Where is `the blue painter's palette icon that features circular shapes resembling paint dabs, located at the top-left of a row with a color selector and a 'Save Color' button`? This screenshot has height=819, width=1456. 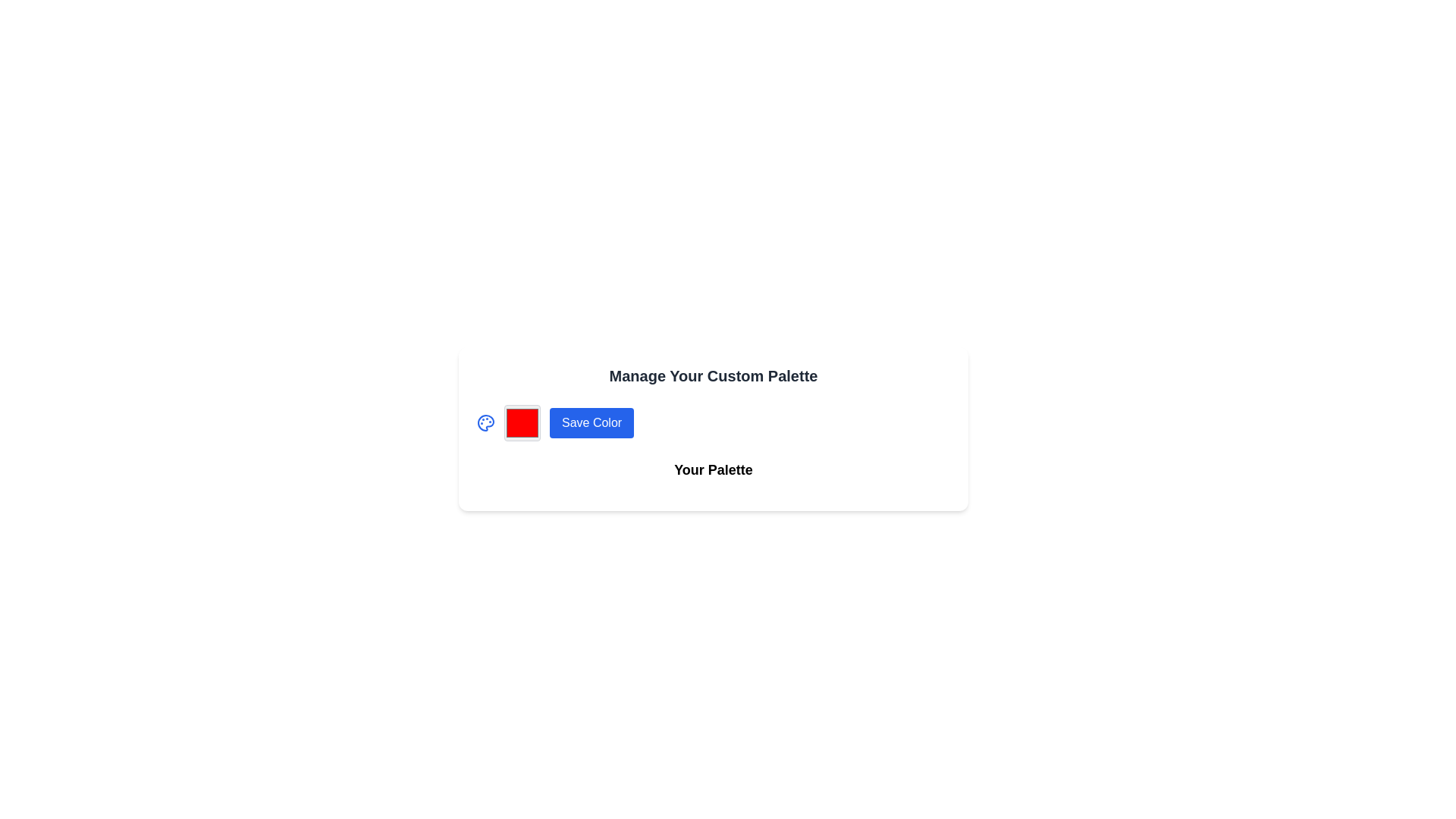 the blue painter's palette icon that features circular shapes resembling paint dabs, located at the top-left of a row with a color selector and a 'Save Color' button is located at coordinates (486, 423).